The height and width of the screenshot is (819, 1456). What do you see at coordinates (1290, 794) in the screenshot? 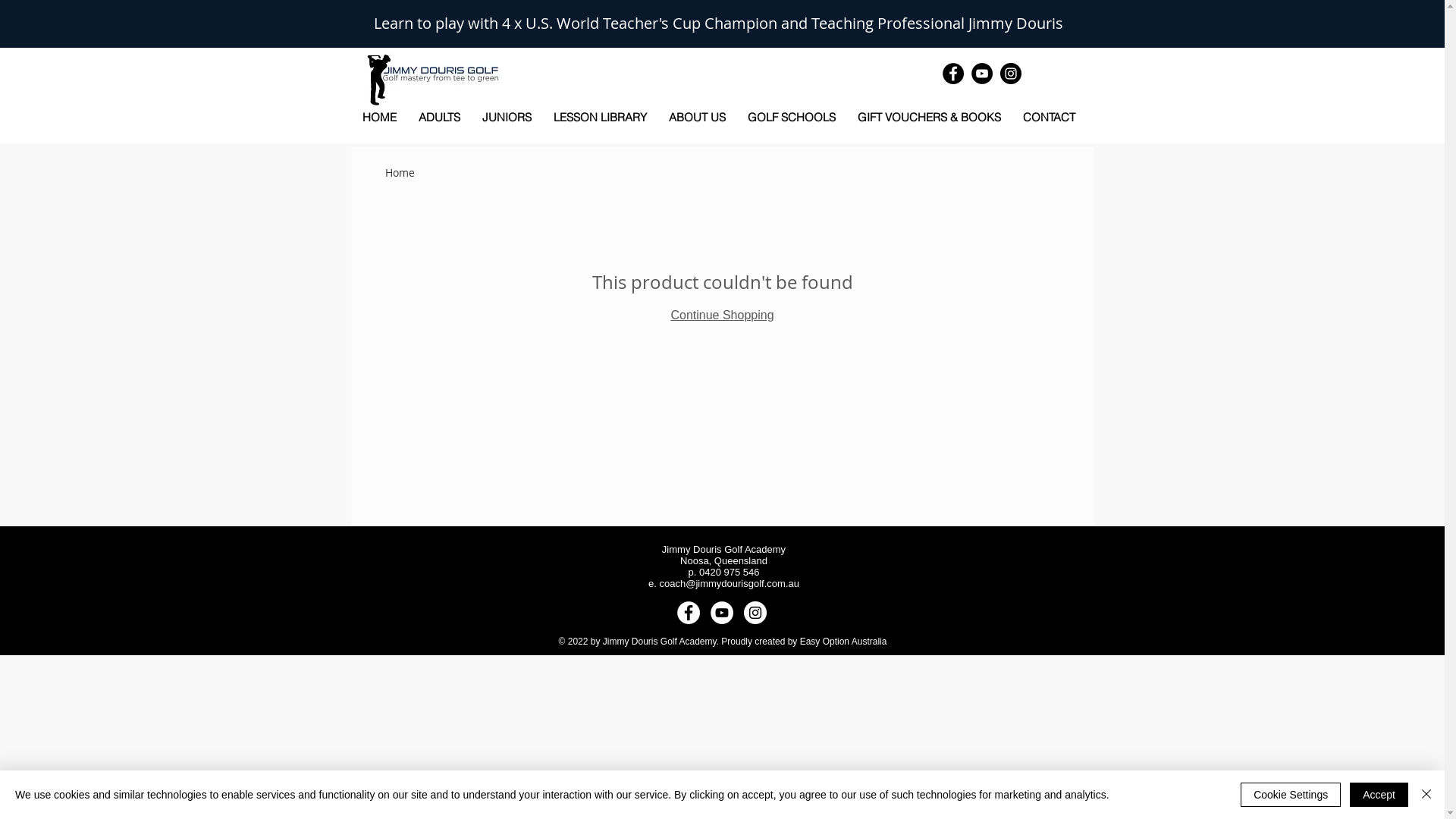
I see `'Cookie Settings'` at bounding box center [1290, 794].